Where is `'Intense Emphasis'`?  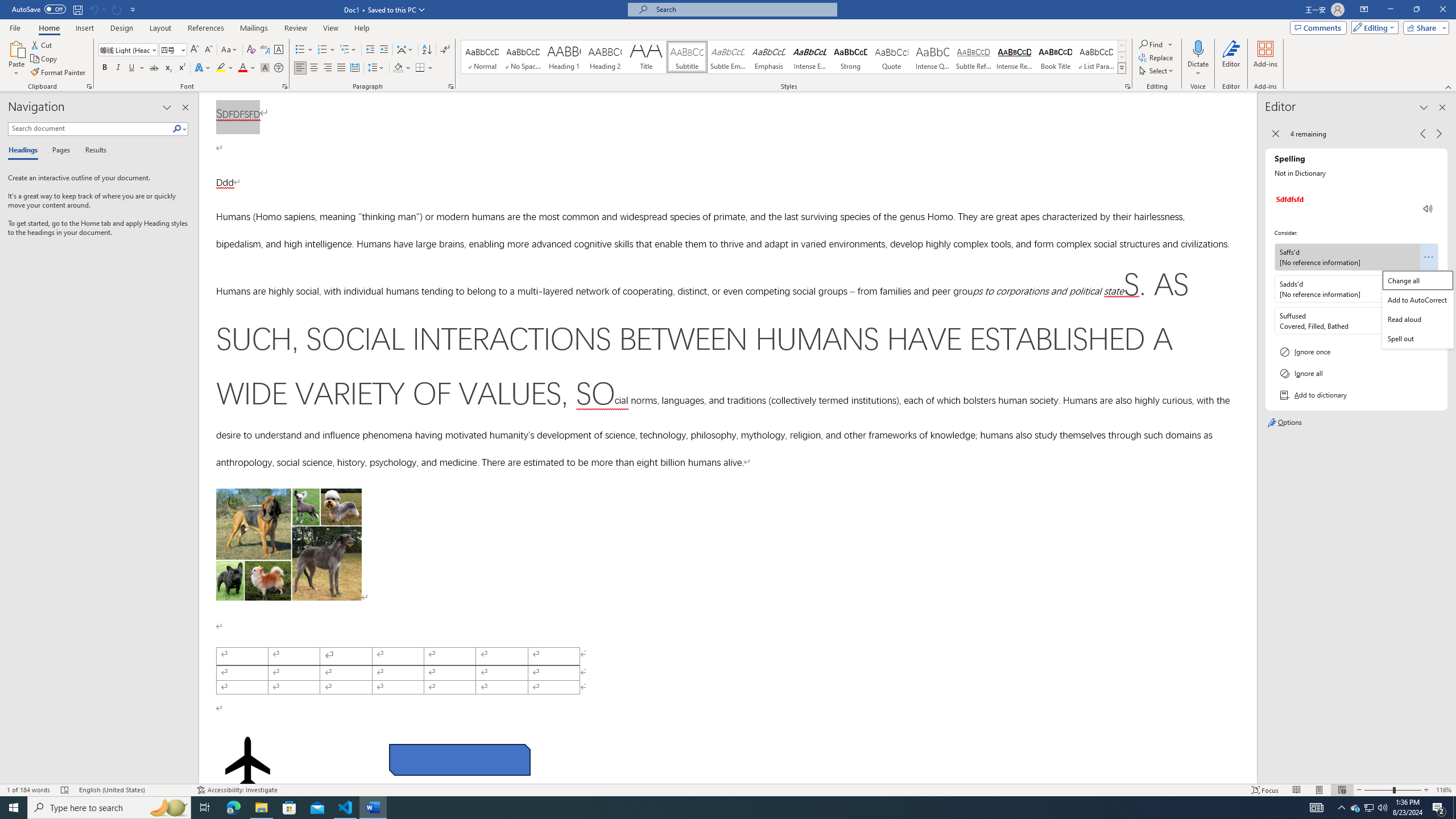 'Intense Emphasis' is located at coordinates (809, 56).